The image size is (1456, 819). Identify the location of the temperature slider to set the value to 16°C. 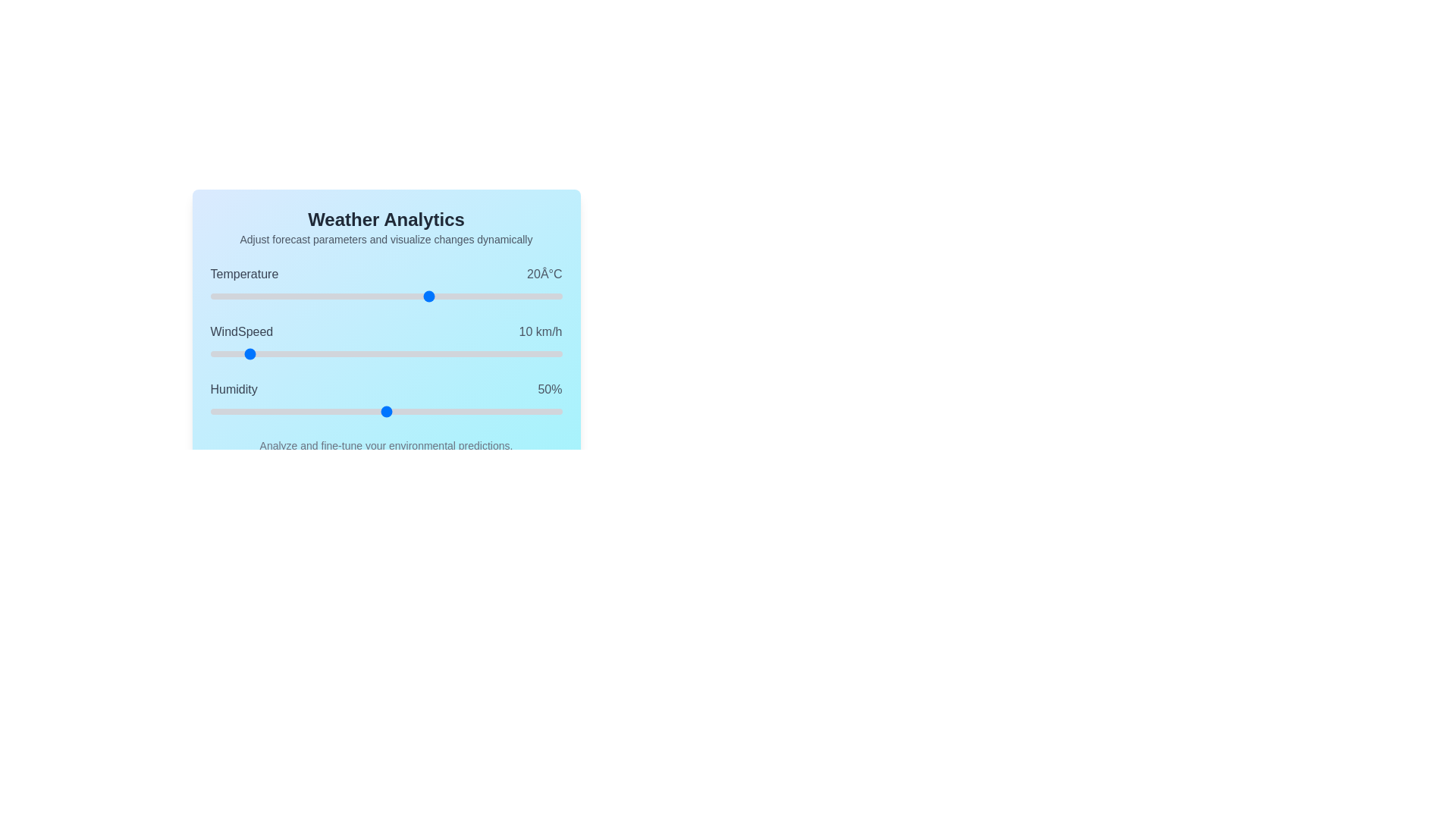
(413, 296).